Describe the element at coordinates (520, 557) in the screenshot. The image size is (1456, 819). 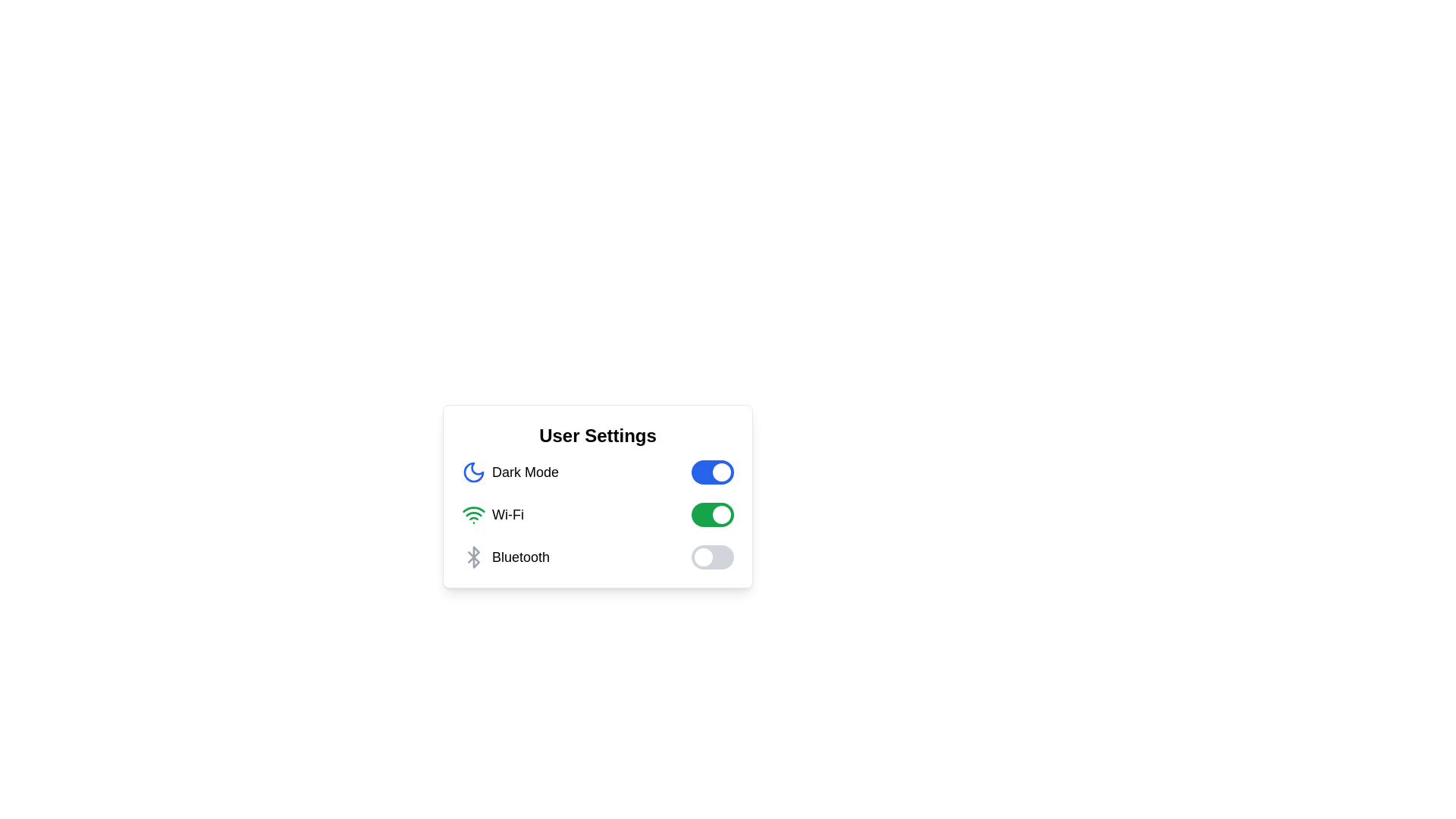
I see `the 'Bluetooth' text label, which is displayed in bold, medium-sized sans-serif font, located in the third row of the 'User Settings' panel, between the Bluetooth icon and the toggle switch` at that location.